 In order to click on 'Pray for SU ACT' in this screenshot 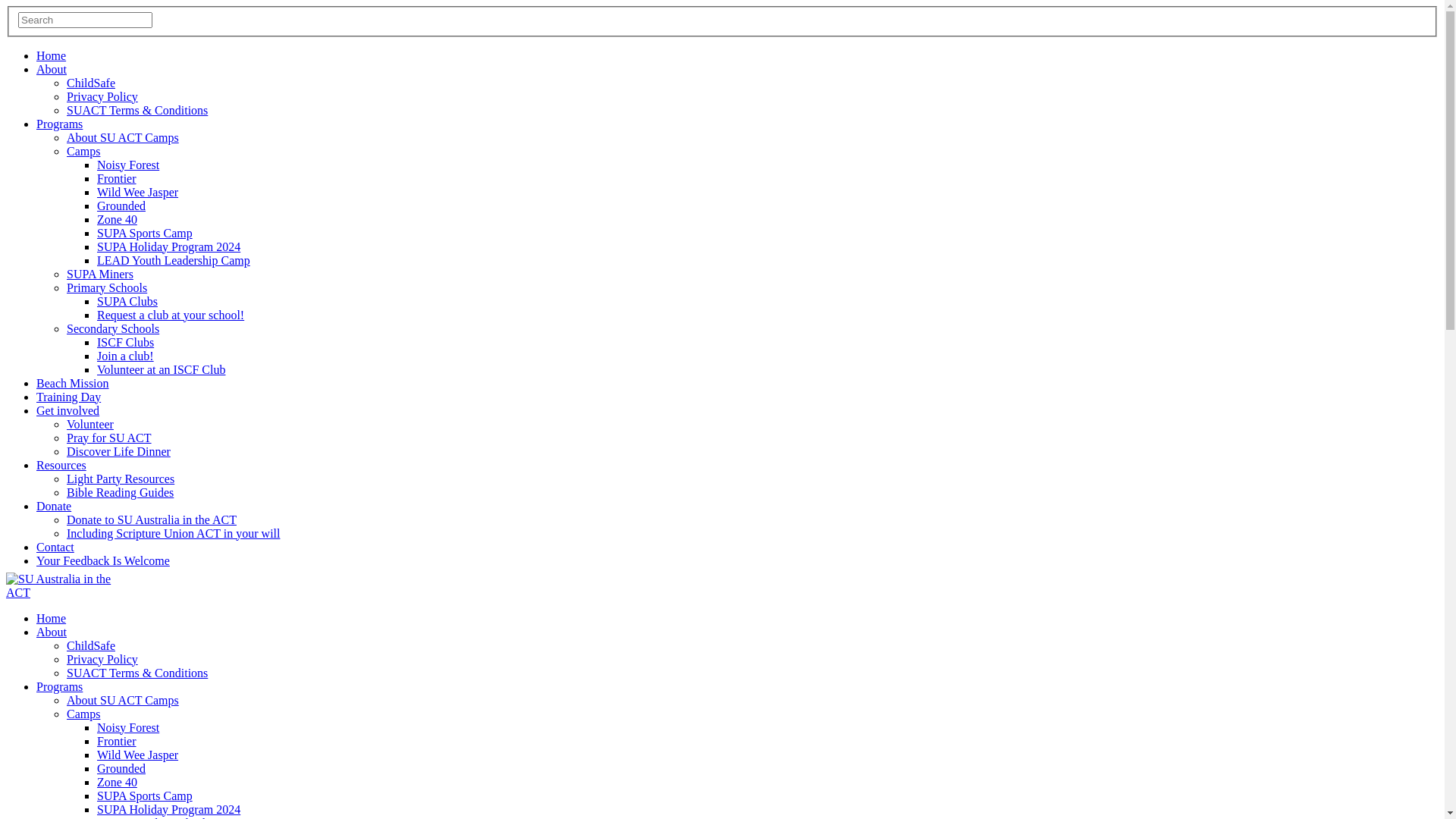, I will do `click(65, 438)`.